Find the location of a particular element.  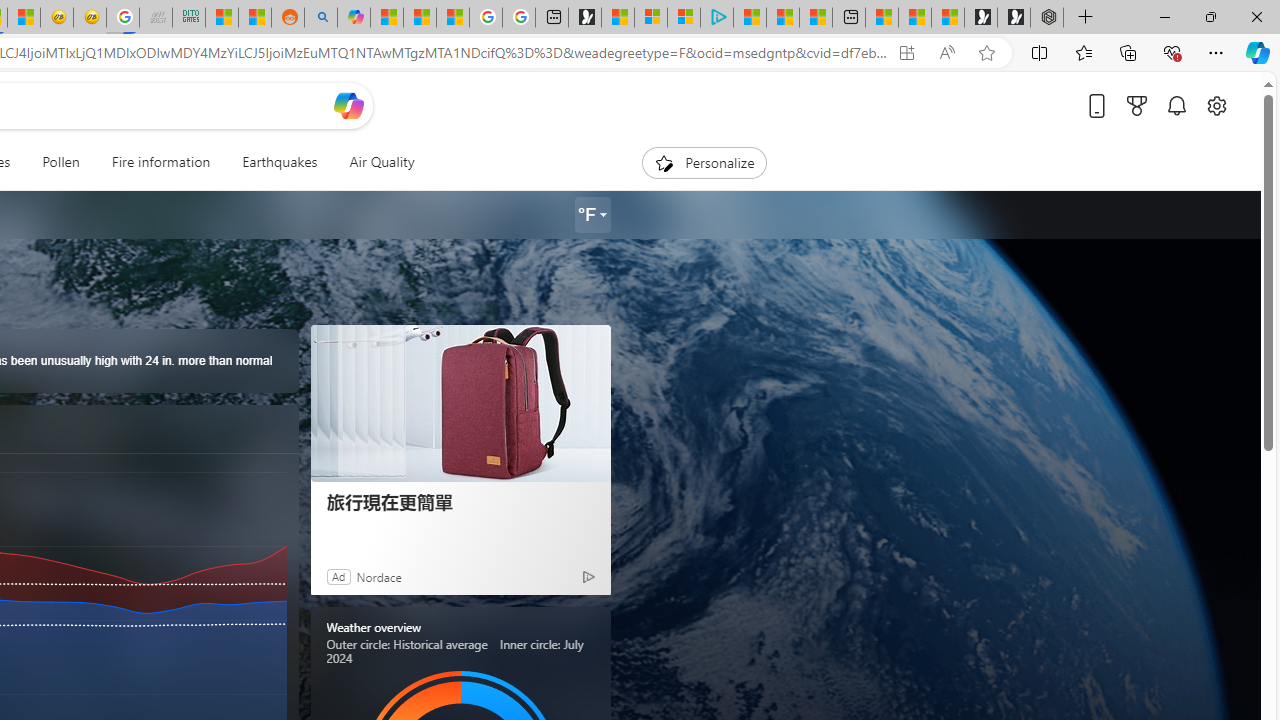

'Microsoft Copilot in Bing' is located at coordinates (353, 17).